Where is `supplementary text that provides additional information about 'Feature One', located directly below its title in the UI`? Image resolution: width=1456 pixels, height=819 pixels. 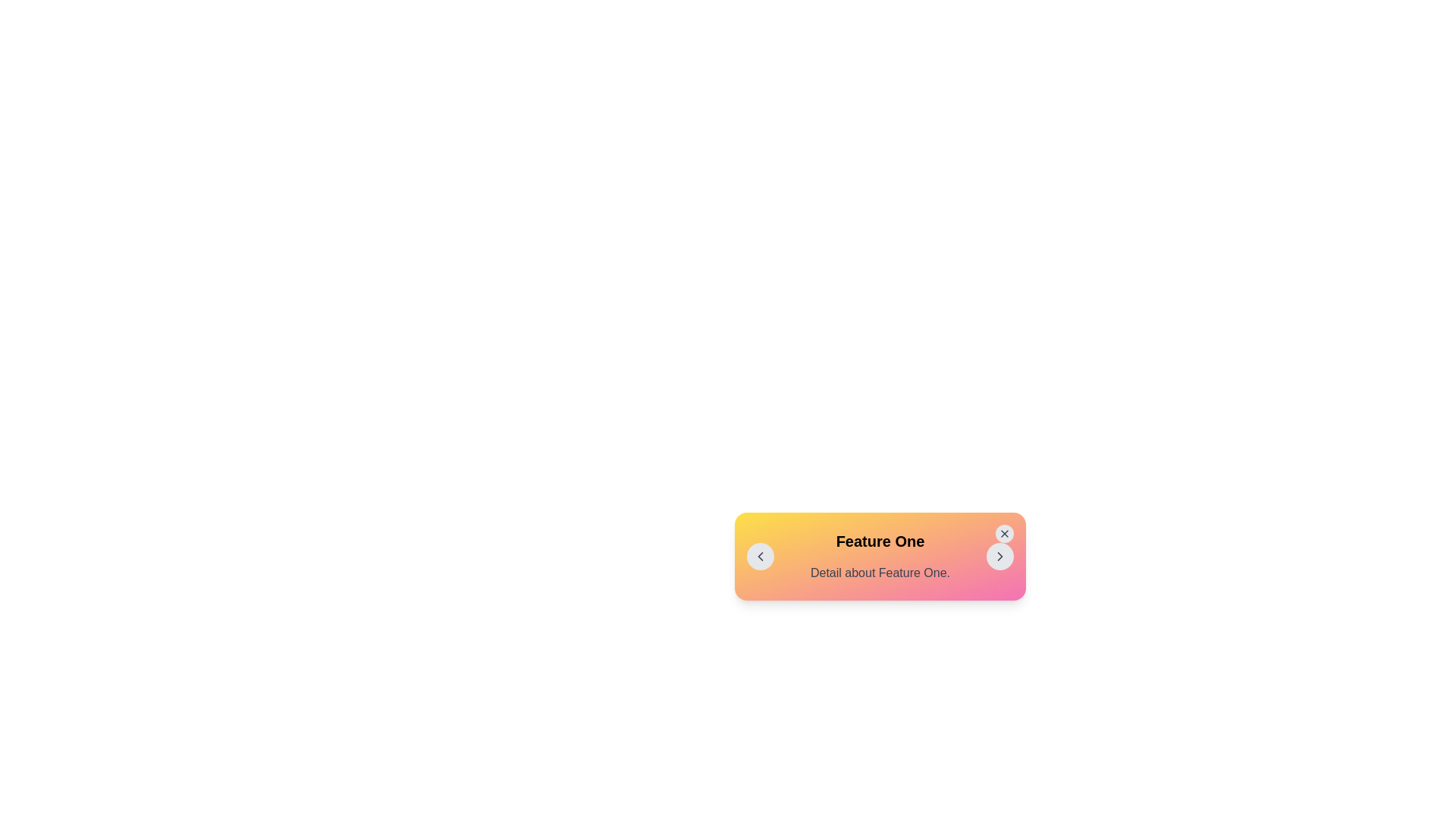 supplementary text that provides additional information about 'Feature One', located directly below its title in the UI is located at coordinates (880, 573).